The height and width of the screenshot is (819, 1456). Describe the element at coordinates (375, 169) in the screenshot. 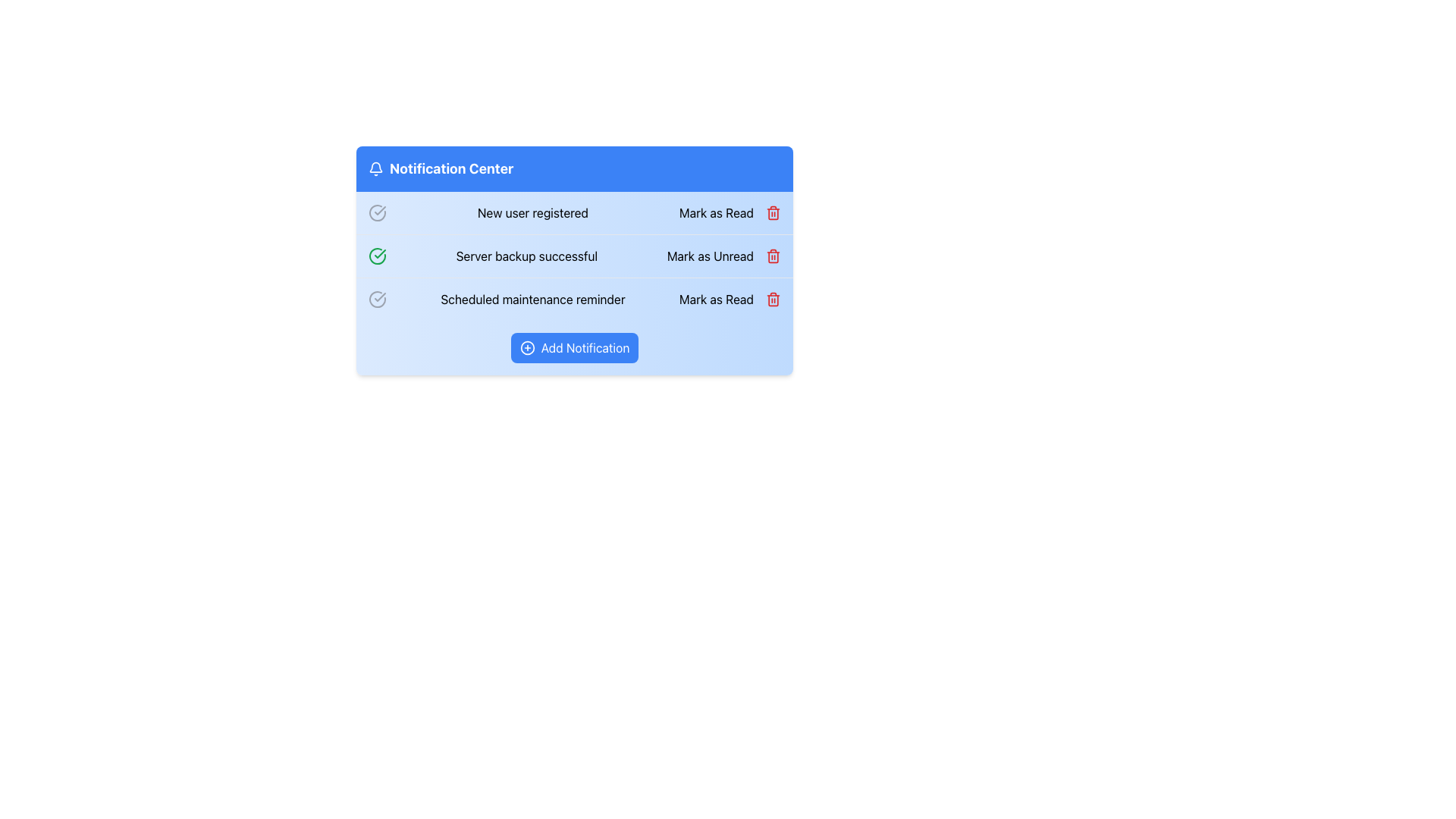

I see `the bell icon located at the top left corner of the 'Notification Center' panel, which is styled in gray and features a rounded shape with a clapper` at that location.